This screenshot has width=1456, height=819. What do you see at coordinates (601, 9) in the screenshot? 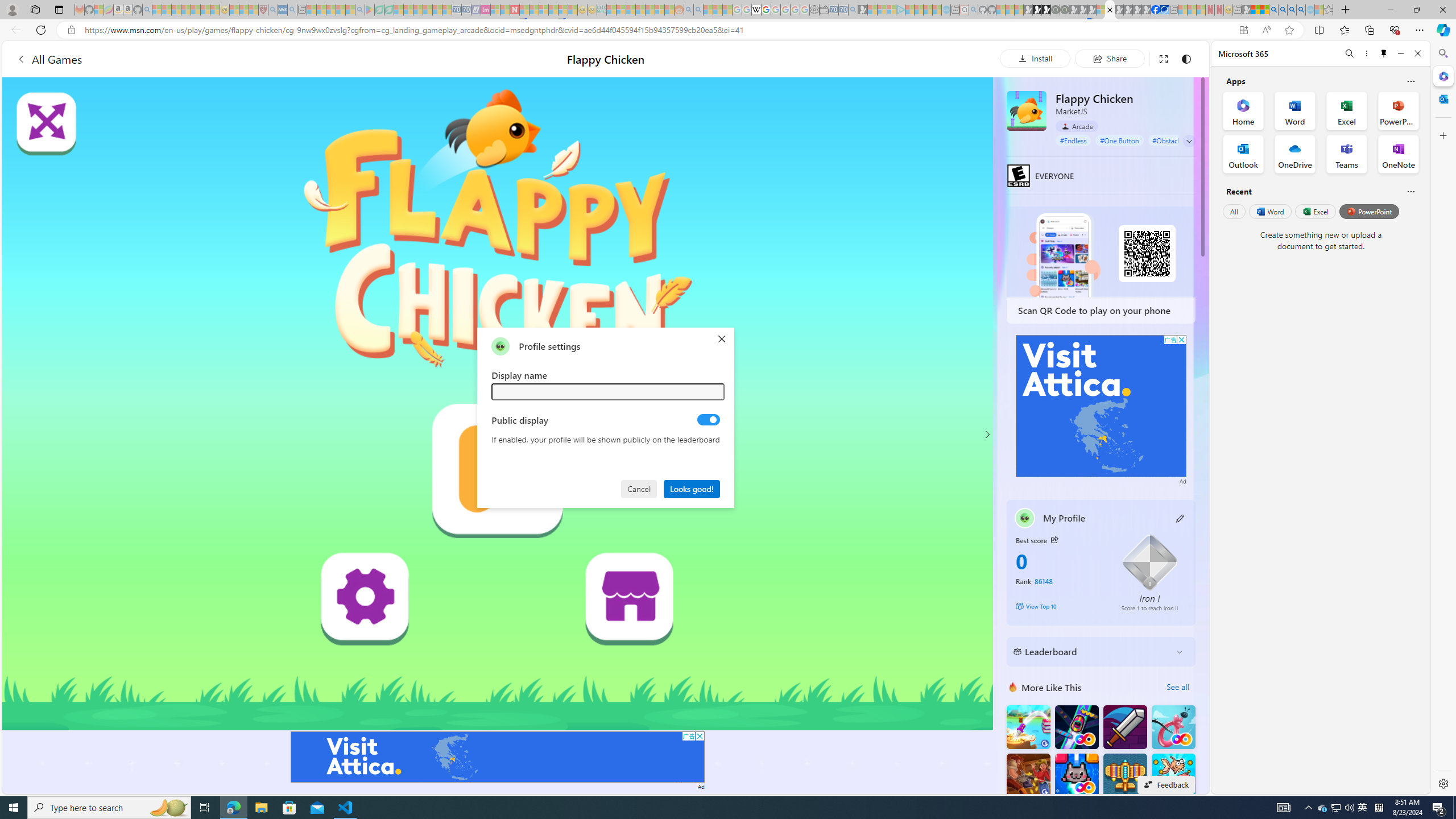
I see `'DITOGAMES AG Imprint - Sleeping'` at bounding box center [601, 9].